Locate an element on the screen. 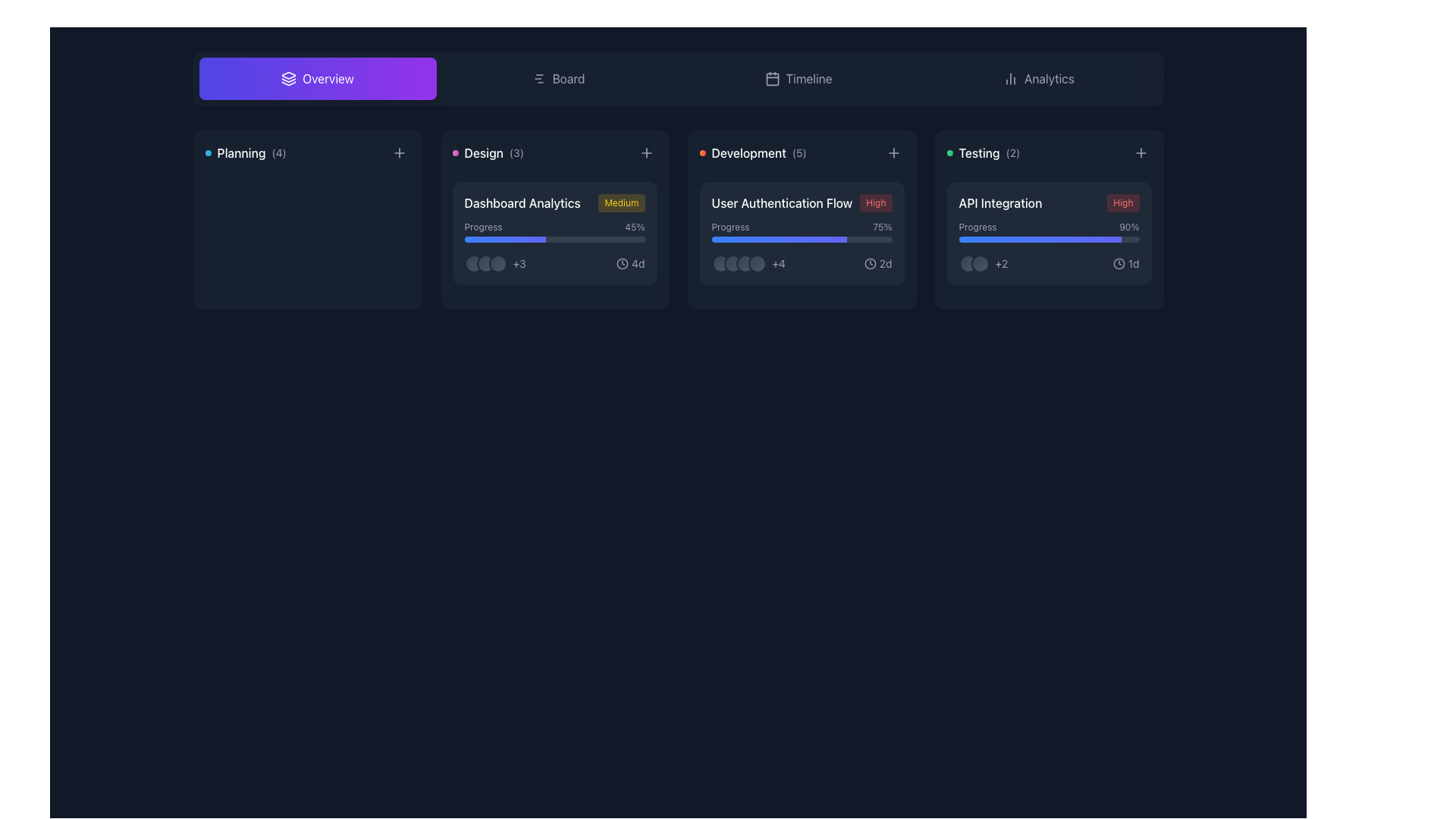  text of the metadata display element indicating the remaining duration or time-related information for the task within the 'Testing' card under the 'API Integration' section is located at coordinates (1126, 262).